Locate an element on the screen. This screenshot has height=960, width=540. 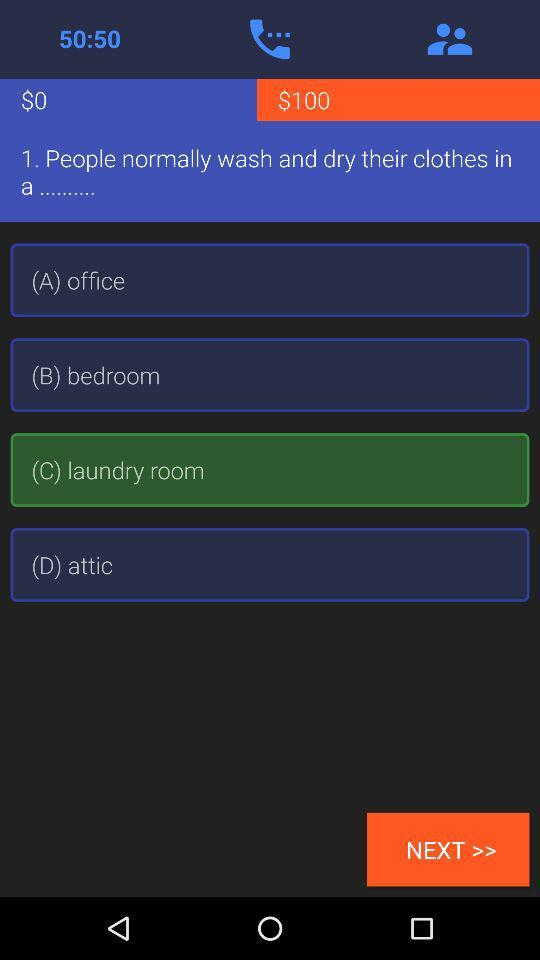
open phone is located at coordinates (270, 38).